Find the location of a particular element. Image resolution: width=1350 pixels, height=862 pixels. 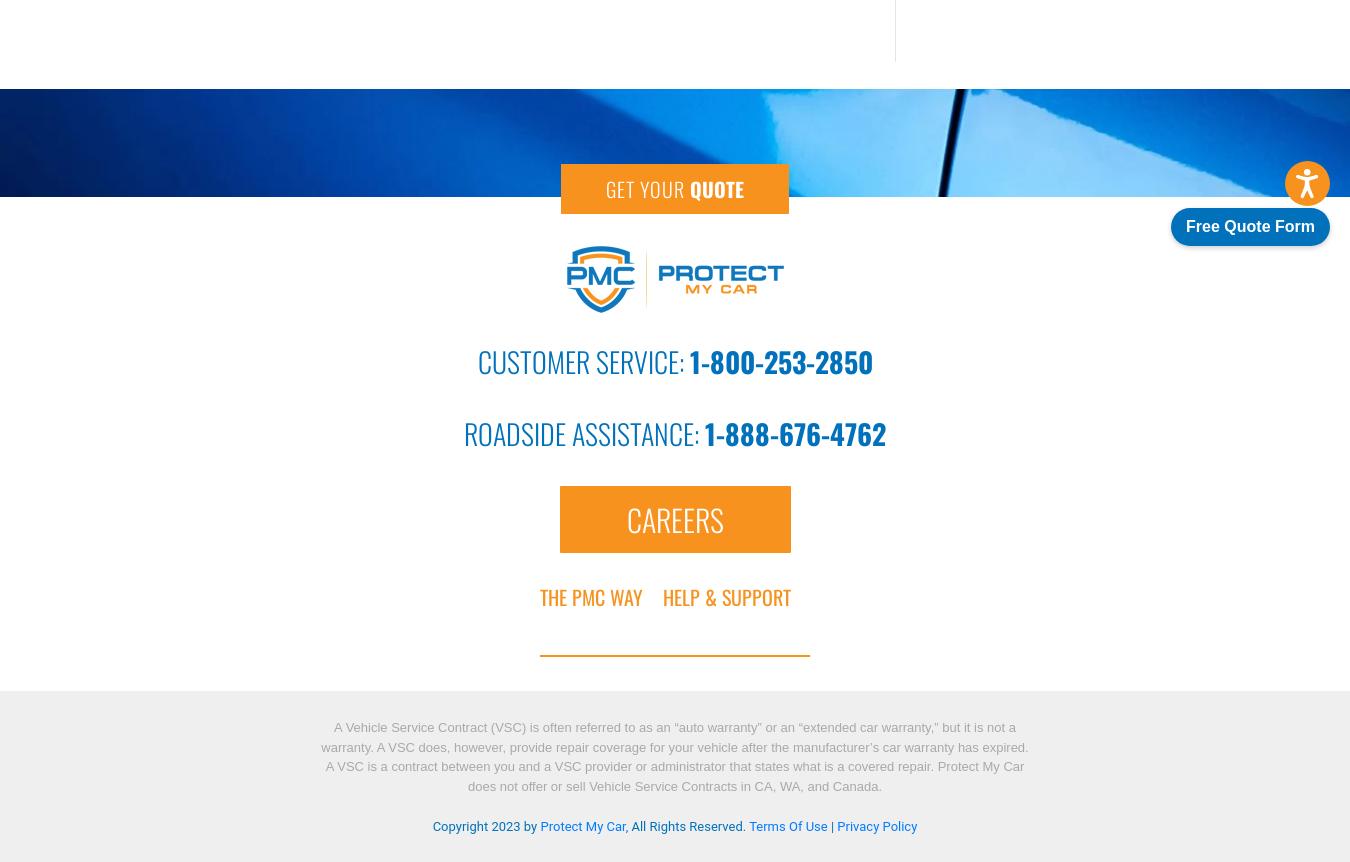

'ROADSIDE ASSISTANCE:' is located at coordinates (584, 432).